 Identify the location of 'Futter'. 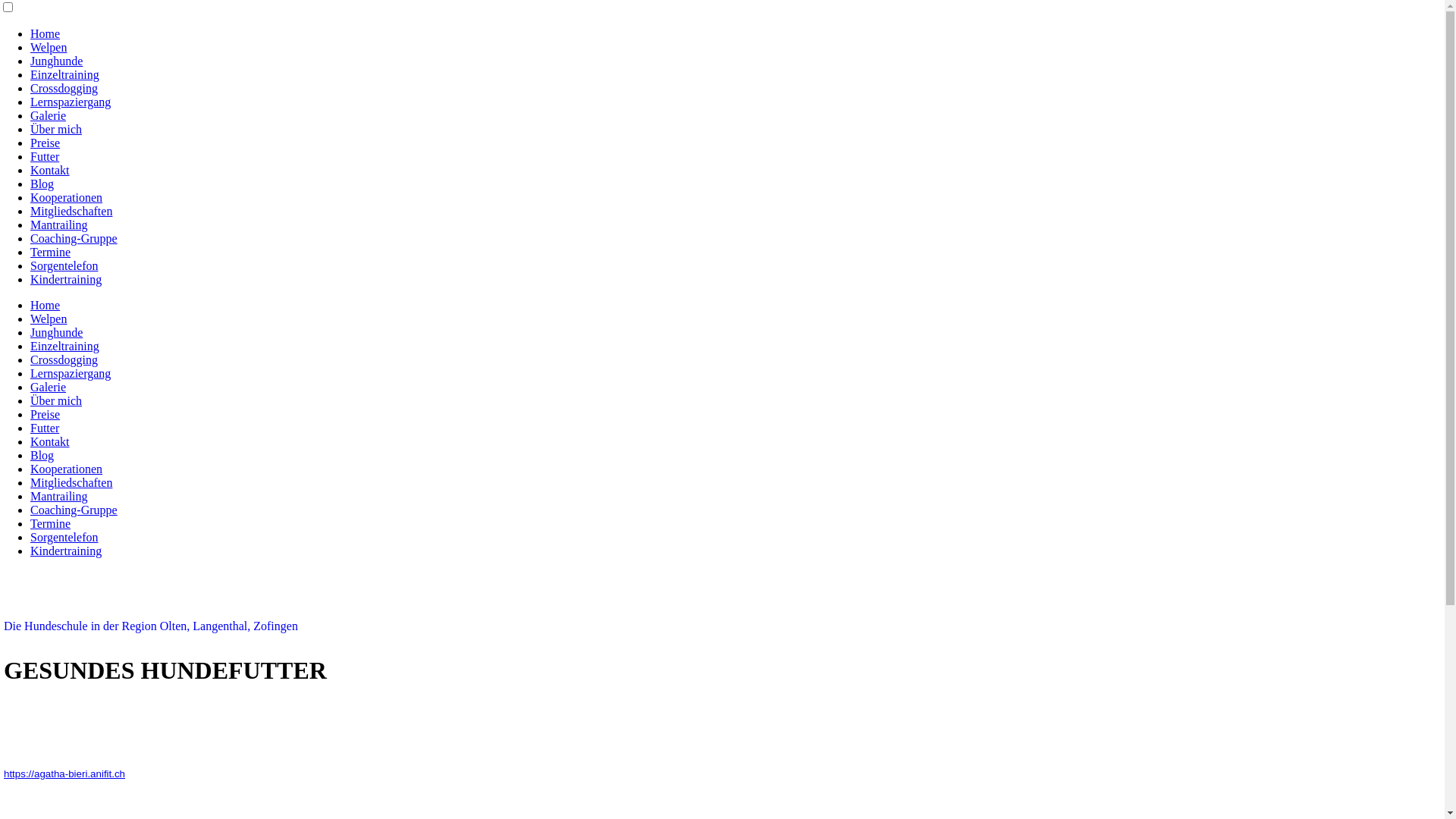
(30, 156).